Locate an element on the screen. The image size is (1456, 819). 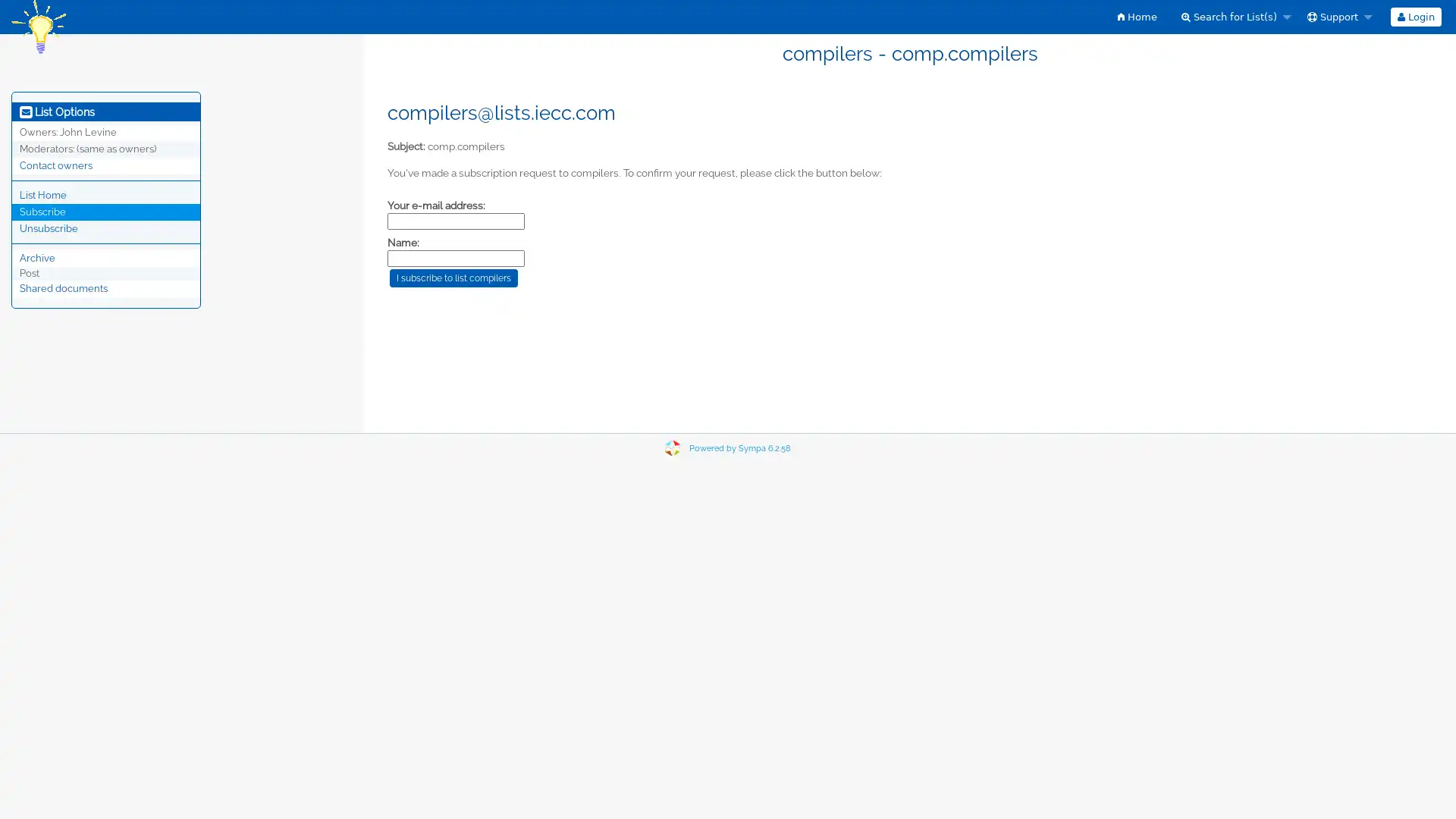
Login is located at coordinates (1414, 17).